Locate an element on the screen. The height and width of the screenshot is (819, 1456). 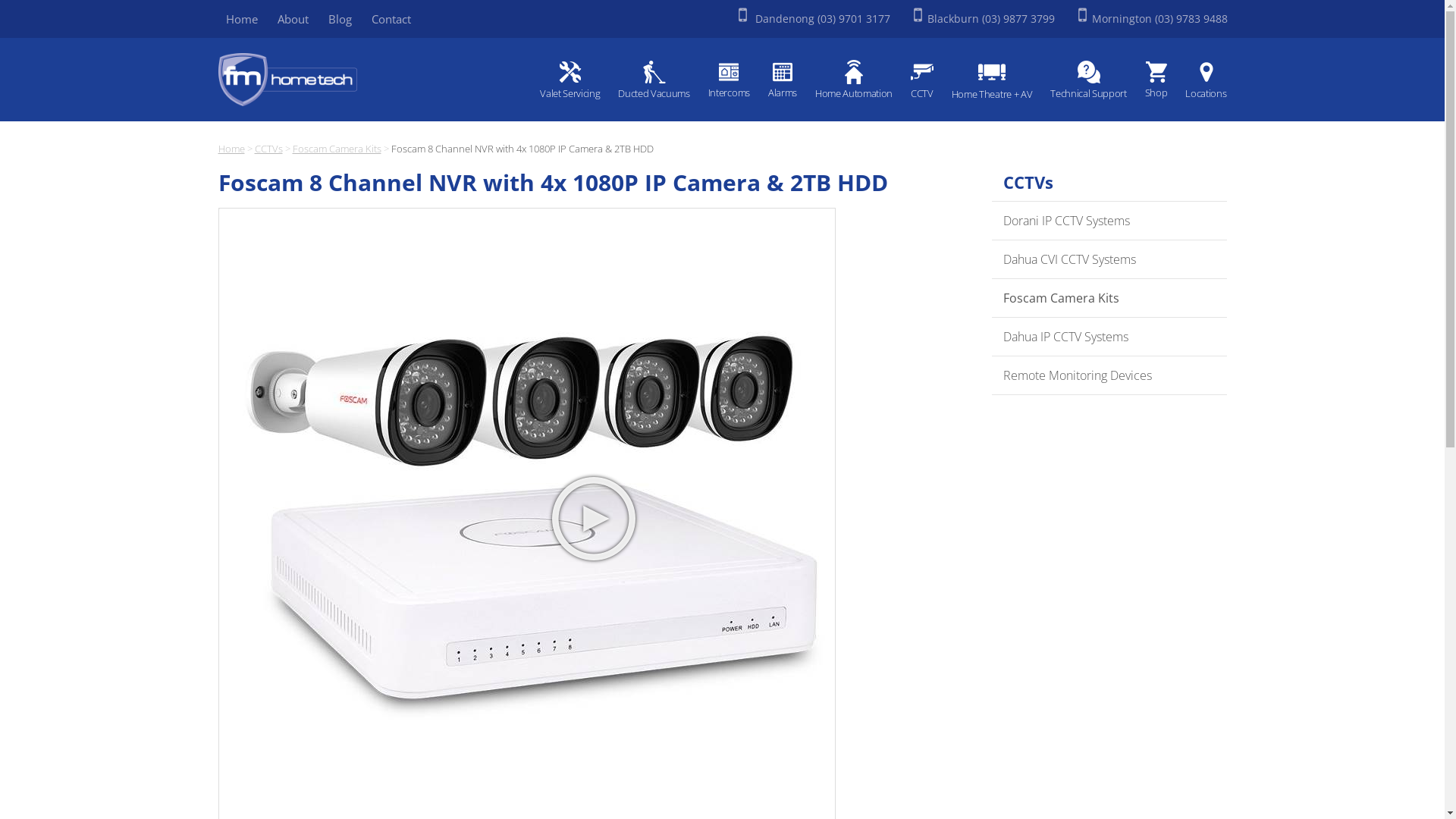
'Mornington' is located at coordinates (1122, 18).